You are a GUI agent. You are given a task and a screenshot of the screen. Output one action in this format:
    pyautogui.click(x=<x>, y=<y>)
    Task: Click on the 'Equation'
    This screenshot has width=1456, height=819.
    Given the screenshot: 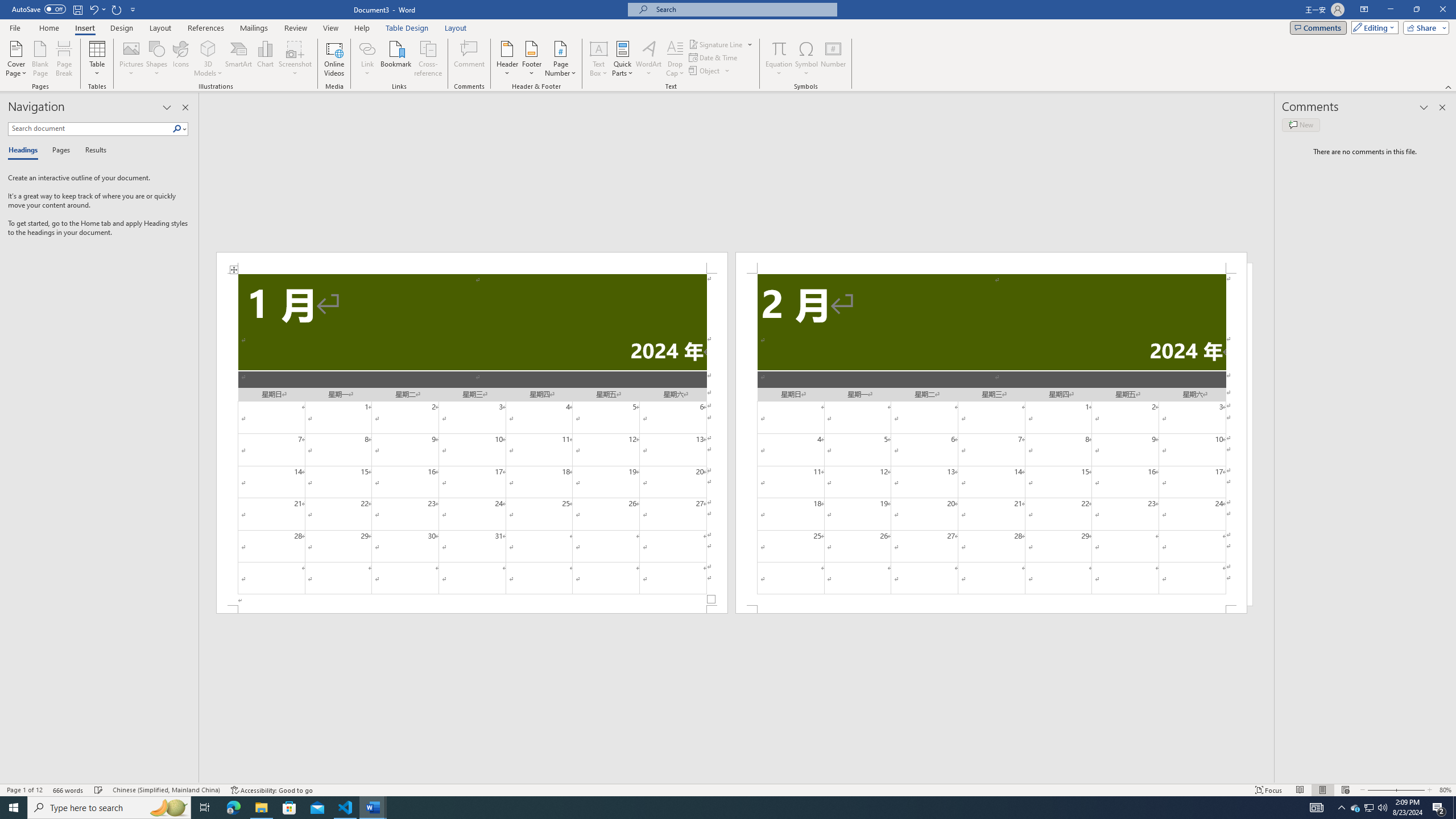 What is the action you would take?
    pyautogui.click(x=779, y=59)
    